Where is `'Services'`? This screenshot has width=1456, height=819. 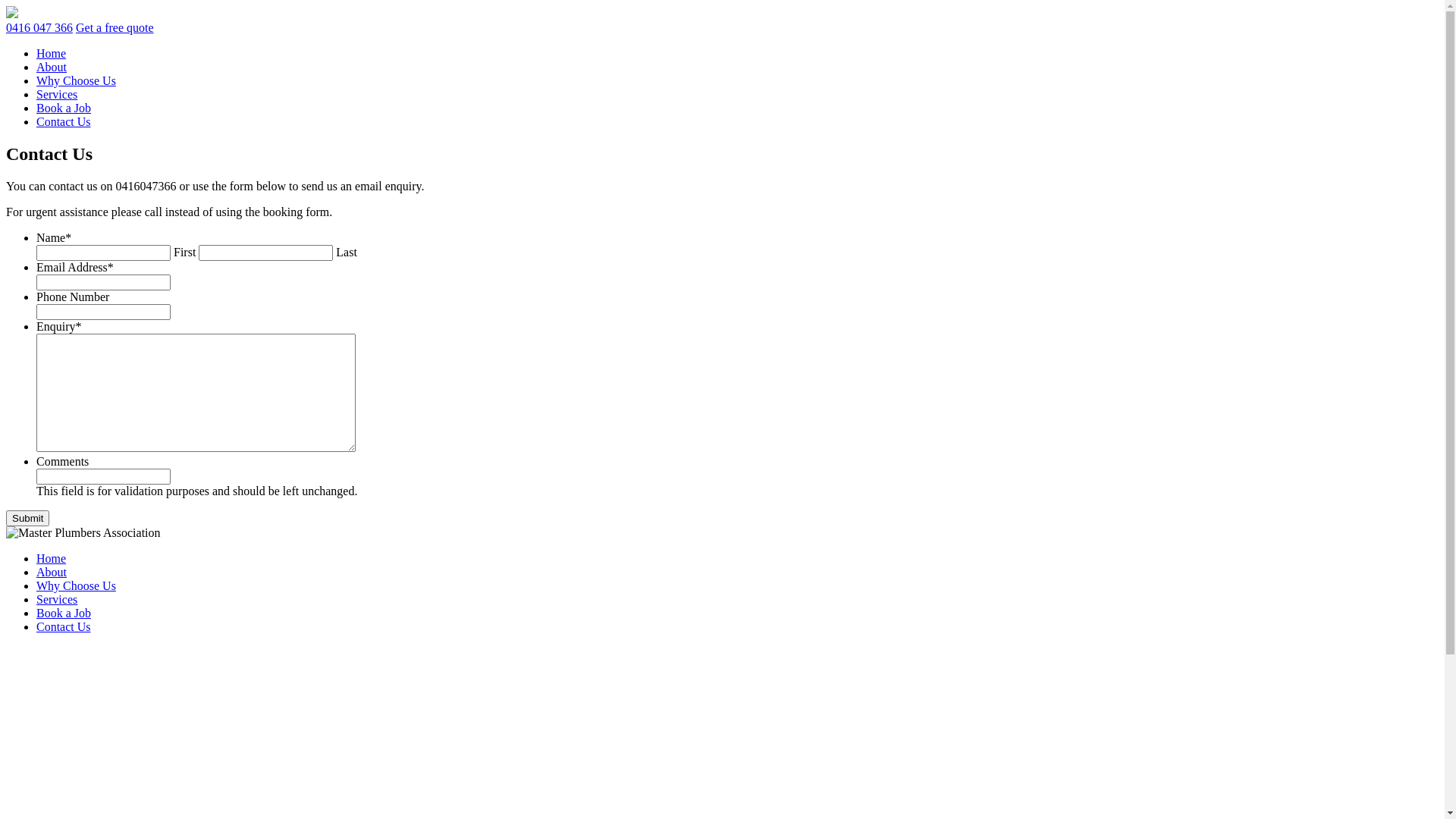
'Services' is located at coordinates (57, 598).